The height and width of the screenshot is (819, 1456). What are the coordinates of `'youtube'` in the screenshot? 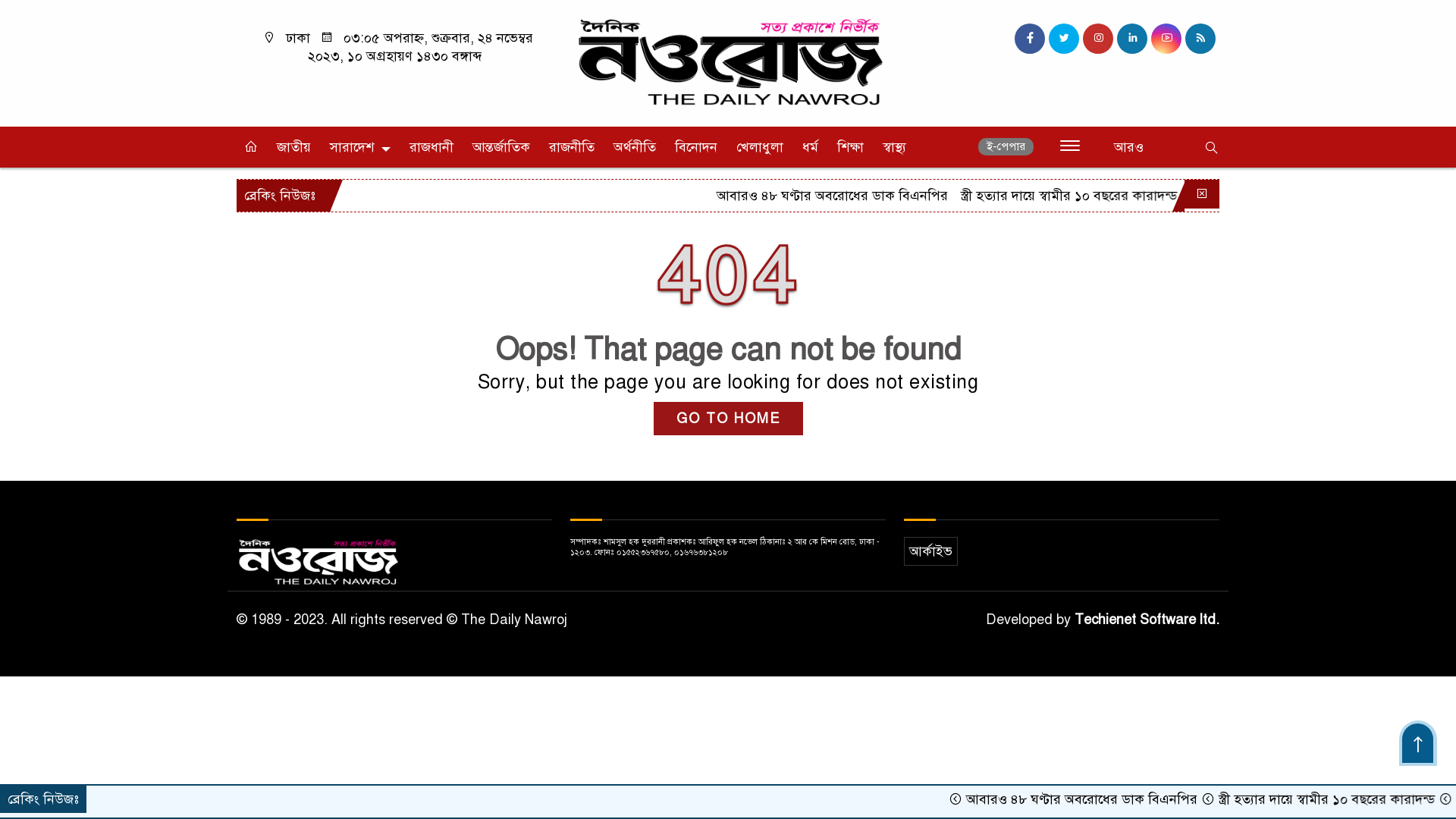 It's located at (1150, 37).